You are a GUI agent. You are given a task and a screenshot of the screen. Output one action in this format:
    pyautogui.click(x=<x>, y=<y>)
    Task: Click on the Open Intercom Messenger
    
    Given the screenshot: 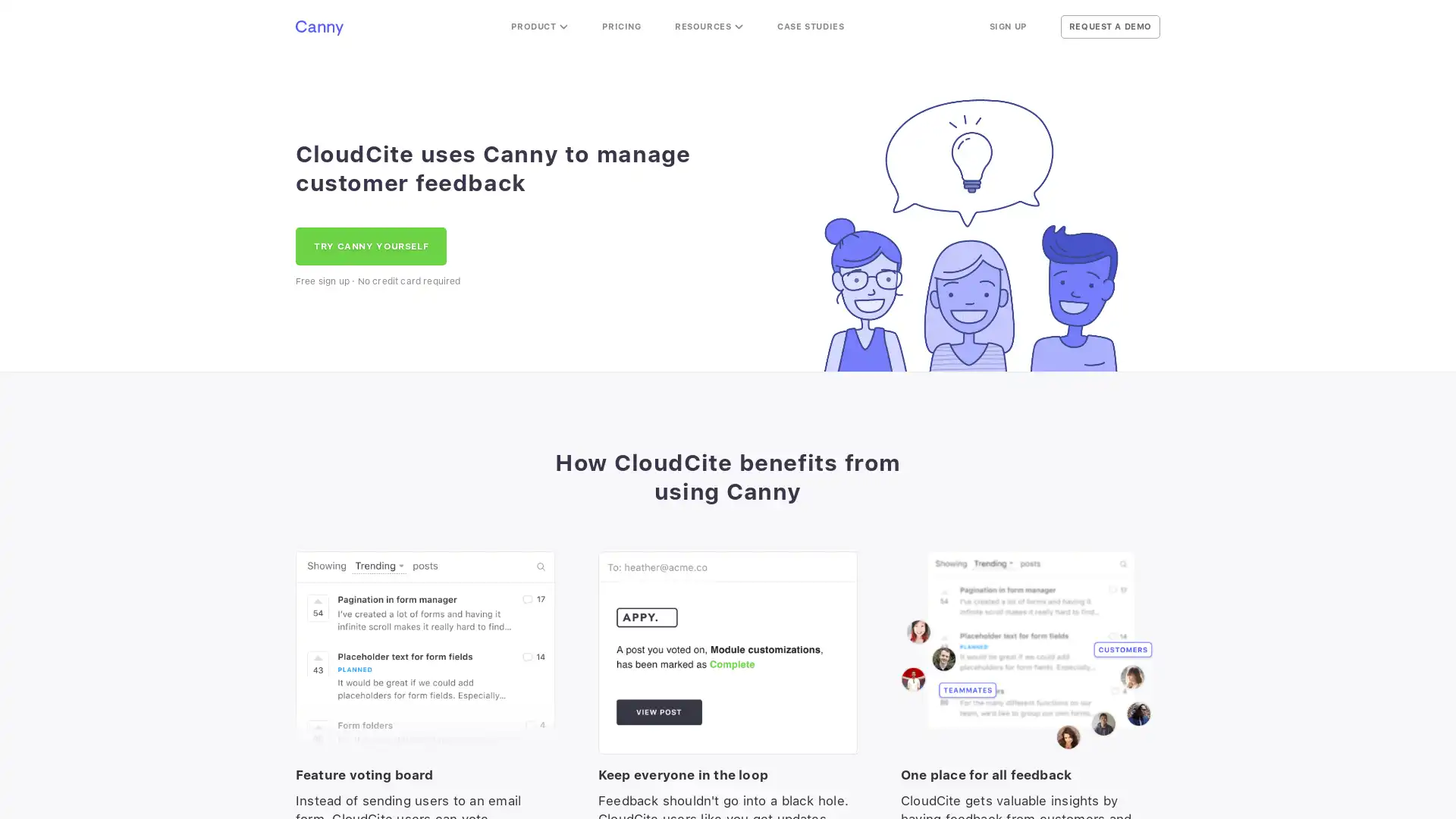 What is the action you would take?
    pyautogui.click(x=1417, y=780)
    